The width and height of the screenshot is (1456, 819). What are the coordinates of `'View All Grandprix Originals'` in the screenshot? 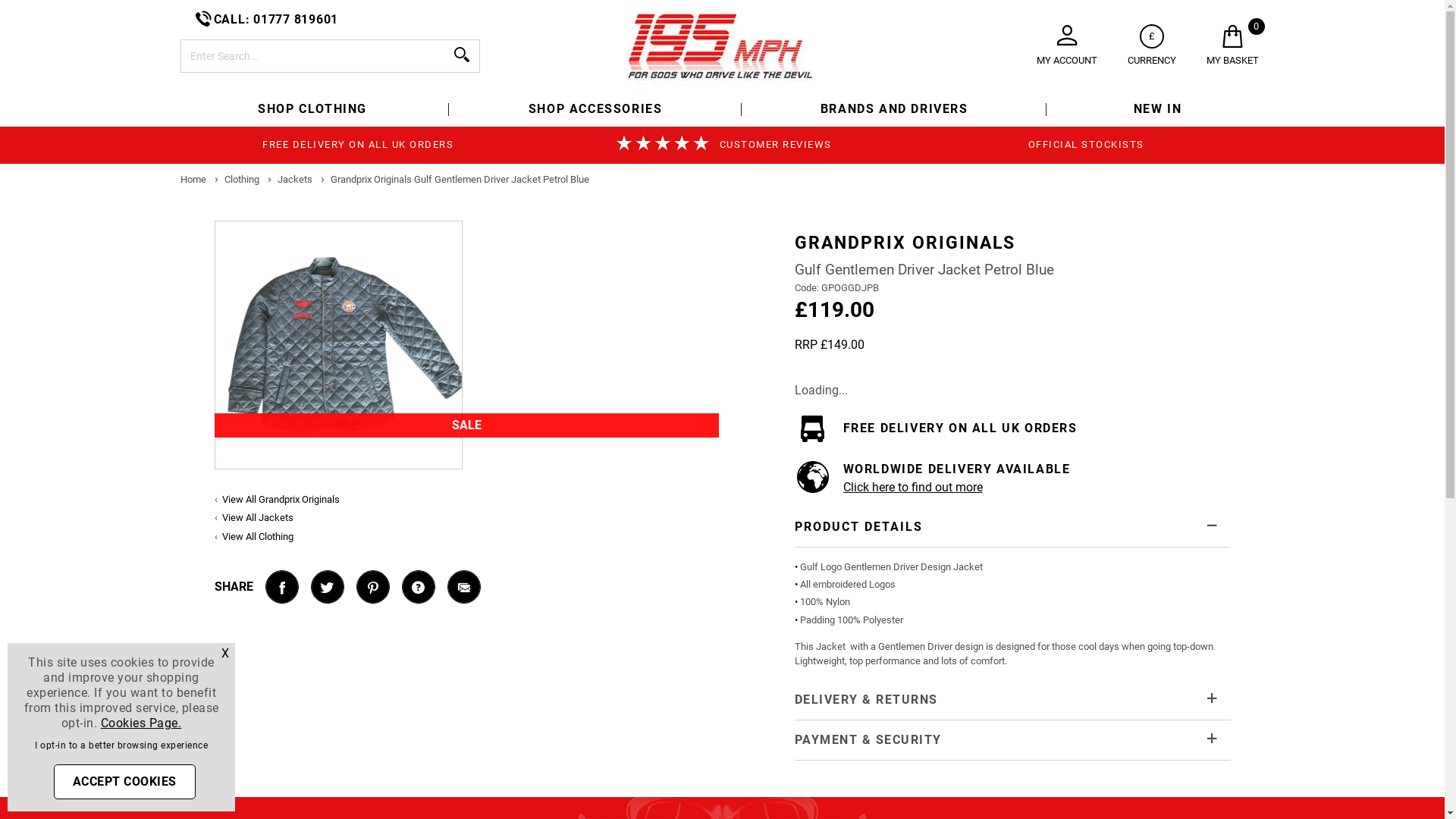 It's located at (281, 498).